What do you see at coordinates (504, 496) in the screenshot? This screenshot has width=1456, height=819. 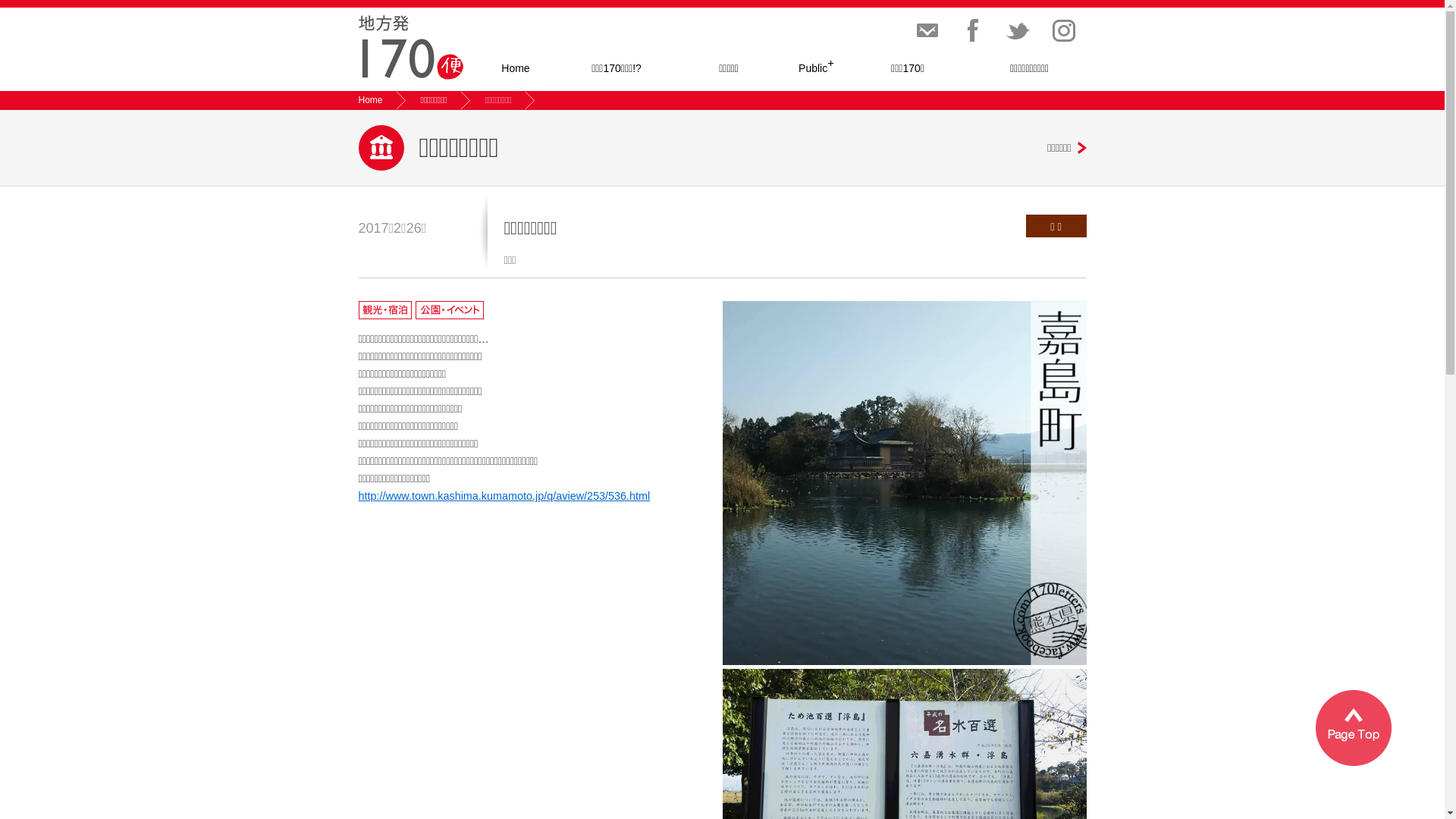 I see `'http://www.town.kashima.kumamoto.jp/q/aview/253/536.html'` at bounding box center [504, 496].